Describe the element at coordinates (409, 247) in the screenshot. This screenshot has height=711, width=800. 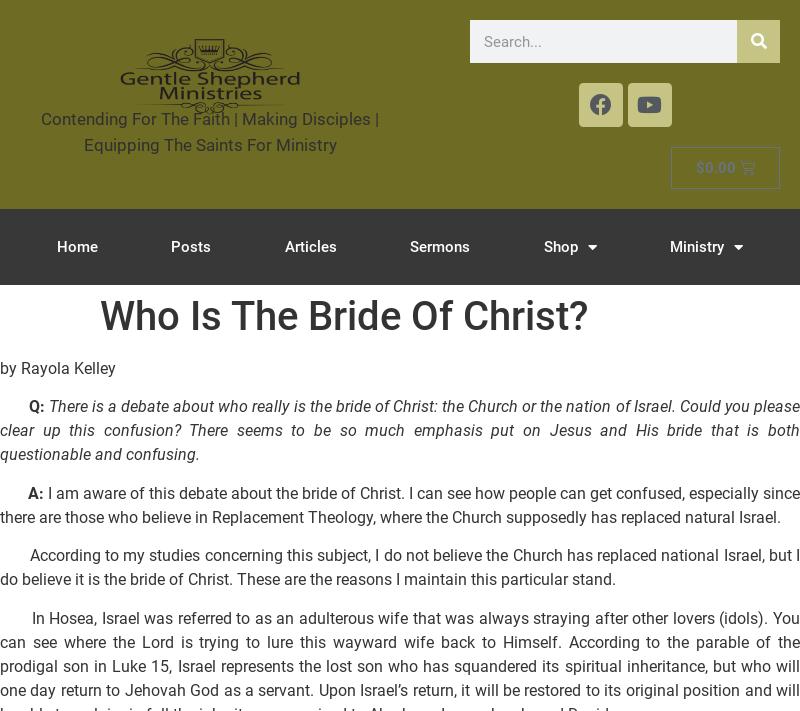
I see `'Sermons'` at that location.